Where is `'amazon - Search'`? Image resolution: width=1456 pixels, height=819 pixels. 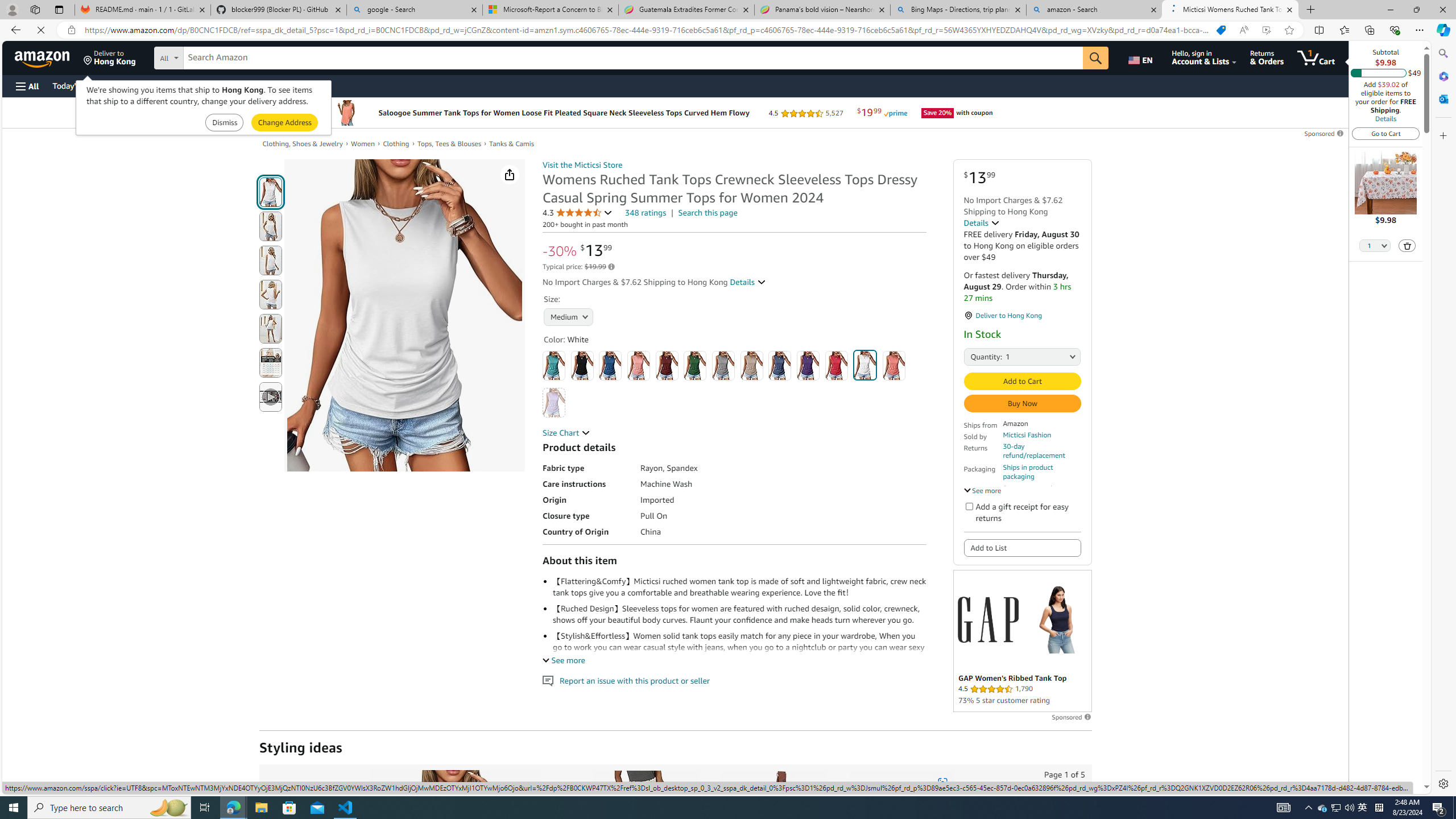
'amazon - Search' is located at coordinates (1094, 9).